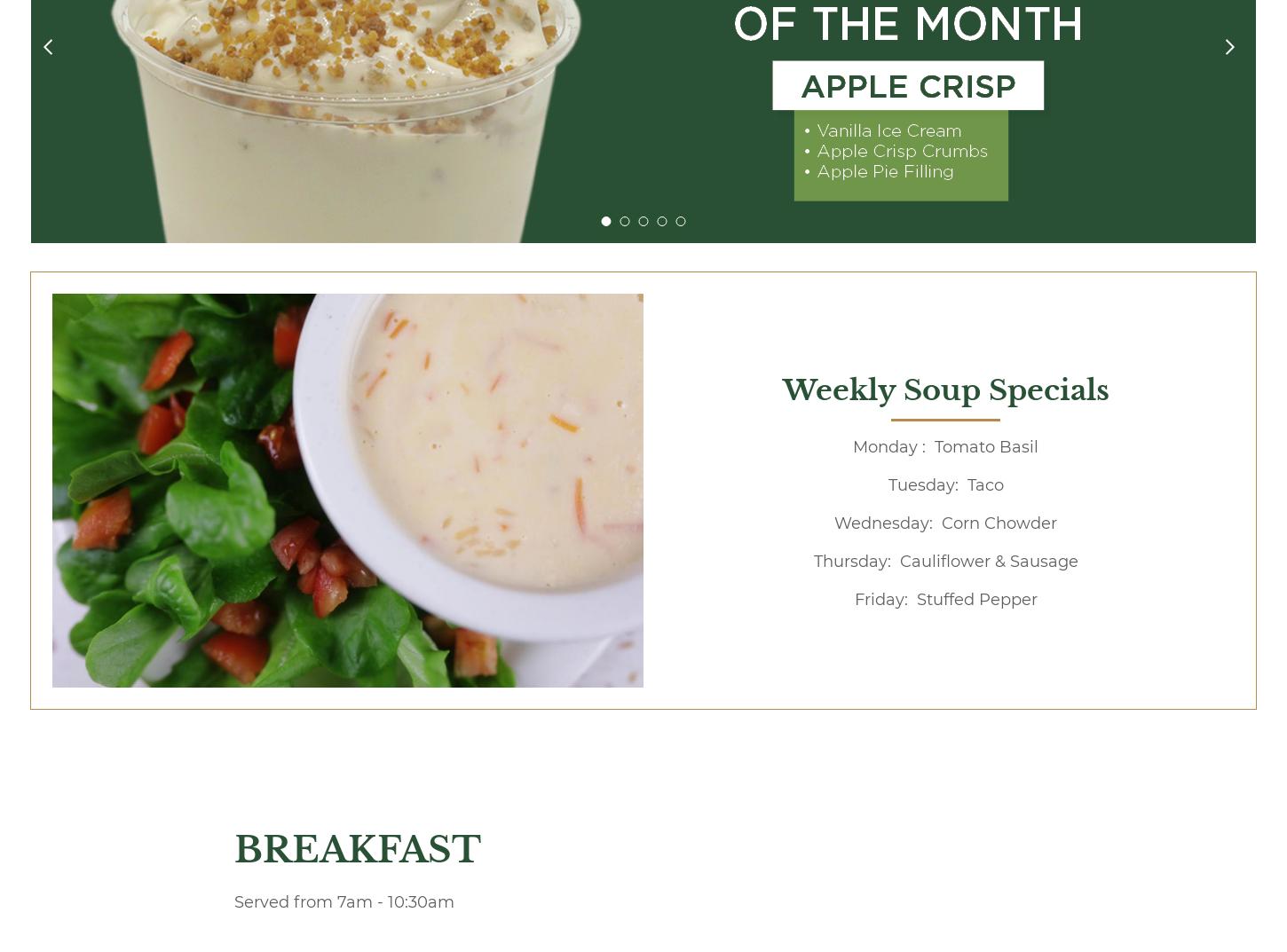 The width and height of the screenshot is (1287, 952). What do you see at coordinates (862, 493) in the screenshot?
I see `'Help Center'` at bounding box center [862, 493].